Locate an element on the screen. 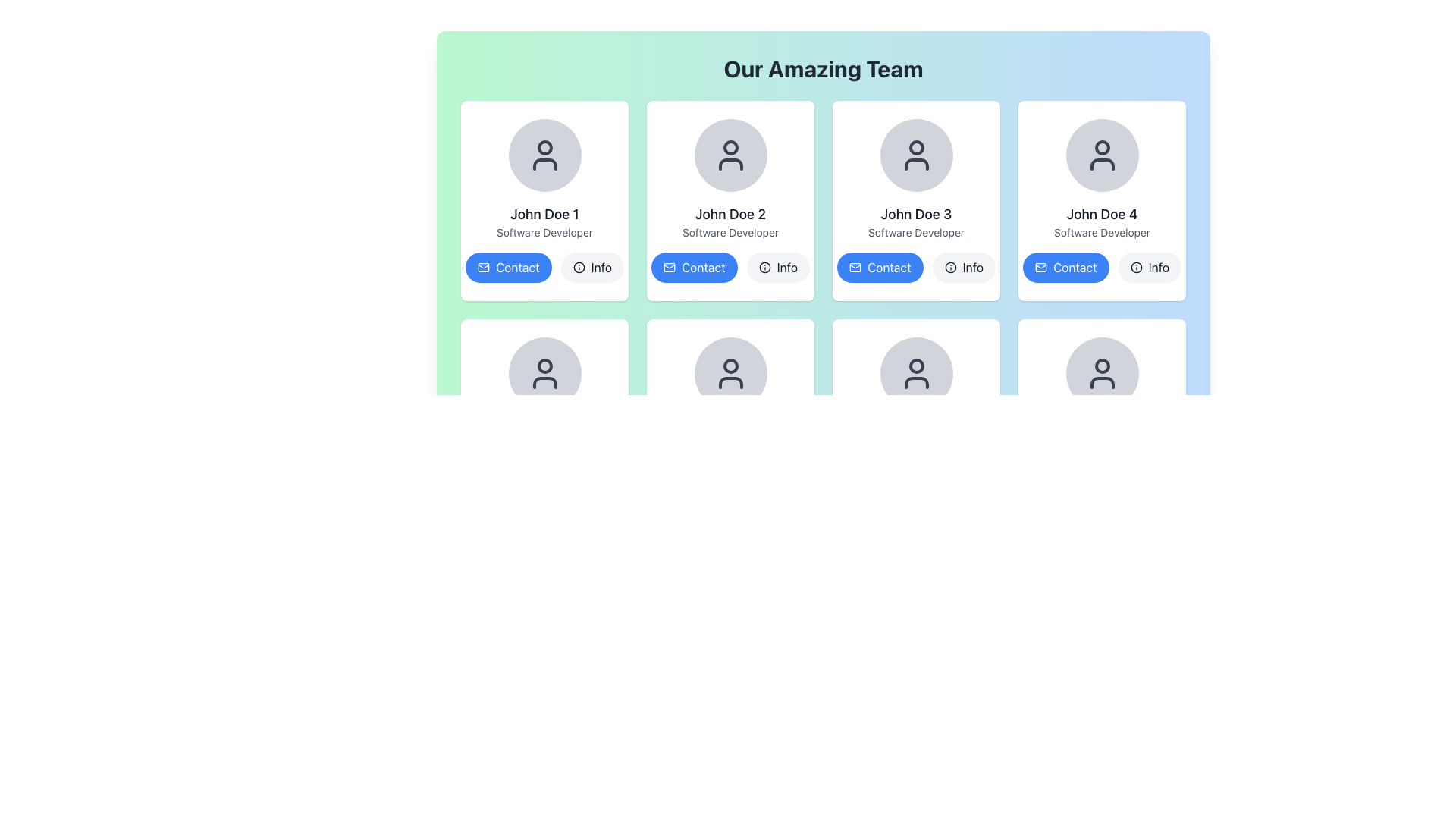 This screenshot has height=819, width=1456. the circular user profile icon representing the avatar of 'John Doe 4', which is positioned at the top-center of the card is located at coordinates (1102, 148).